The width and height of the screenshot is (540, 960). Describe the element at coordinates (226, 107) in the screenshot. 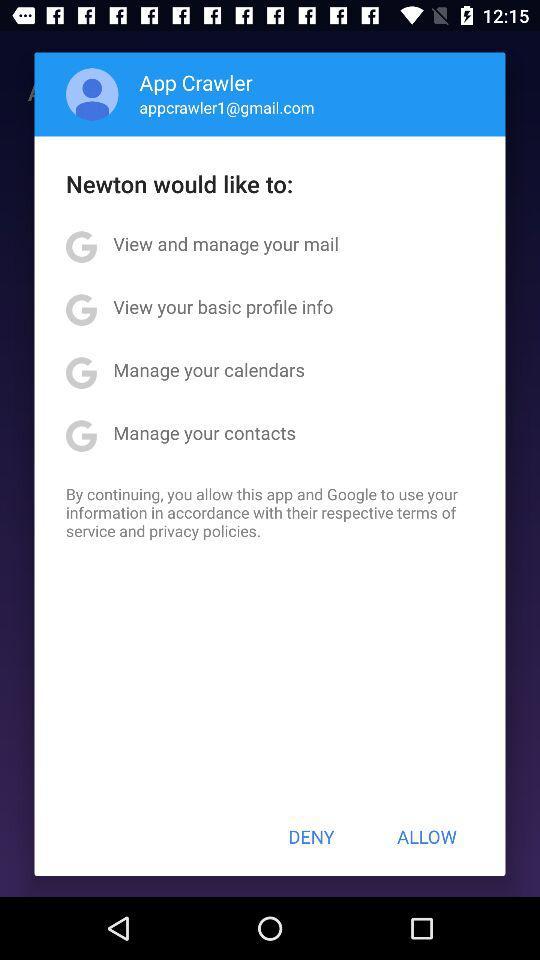

I see `item below the app crawler` at that location.